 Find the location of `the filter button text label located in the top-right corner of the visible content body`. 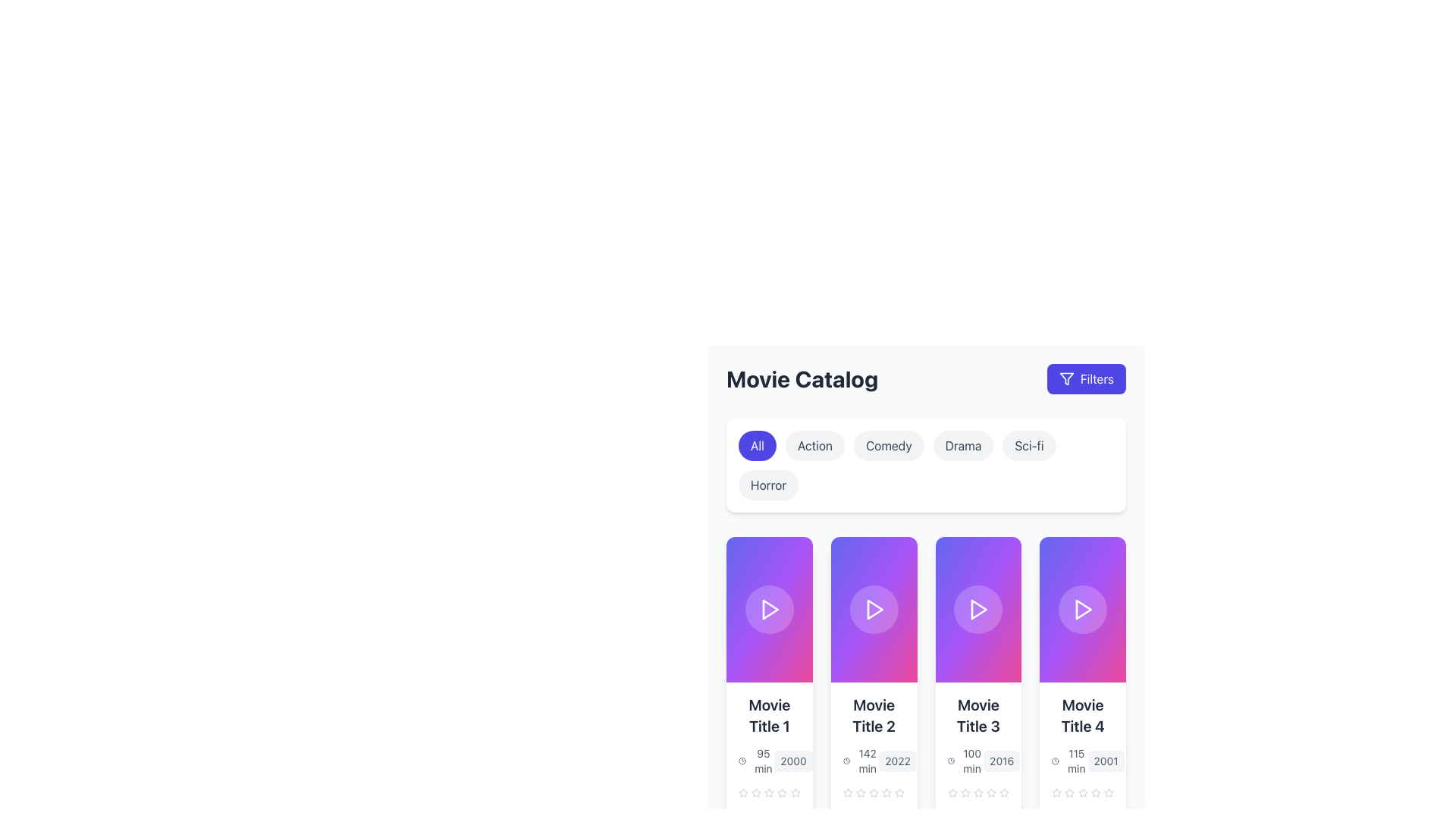

the filter button text label located in the top-right corner of the visible content body is located at coordinates (1097, 378).